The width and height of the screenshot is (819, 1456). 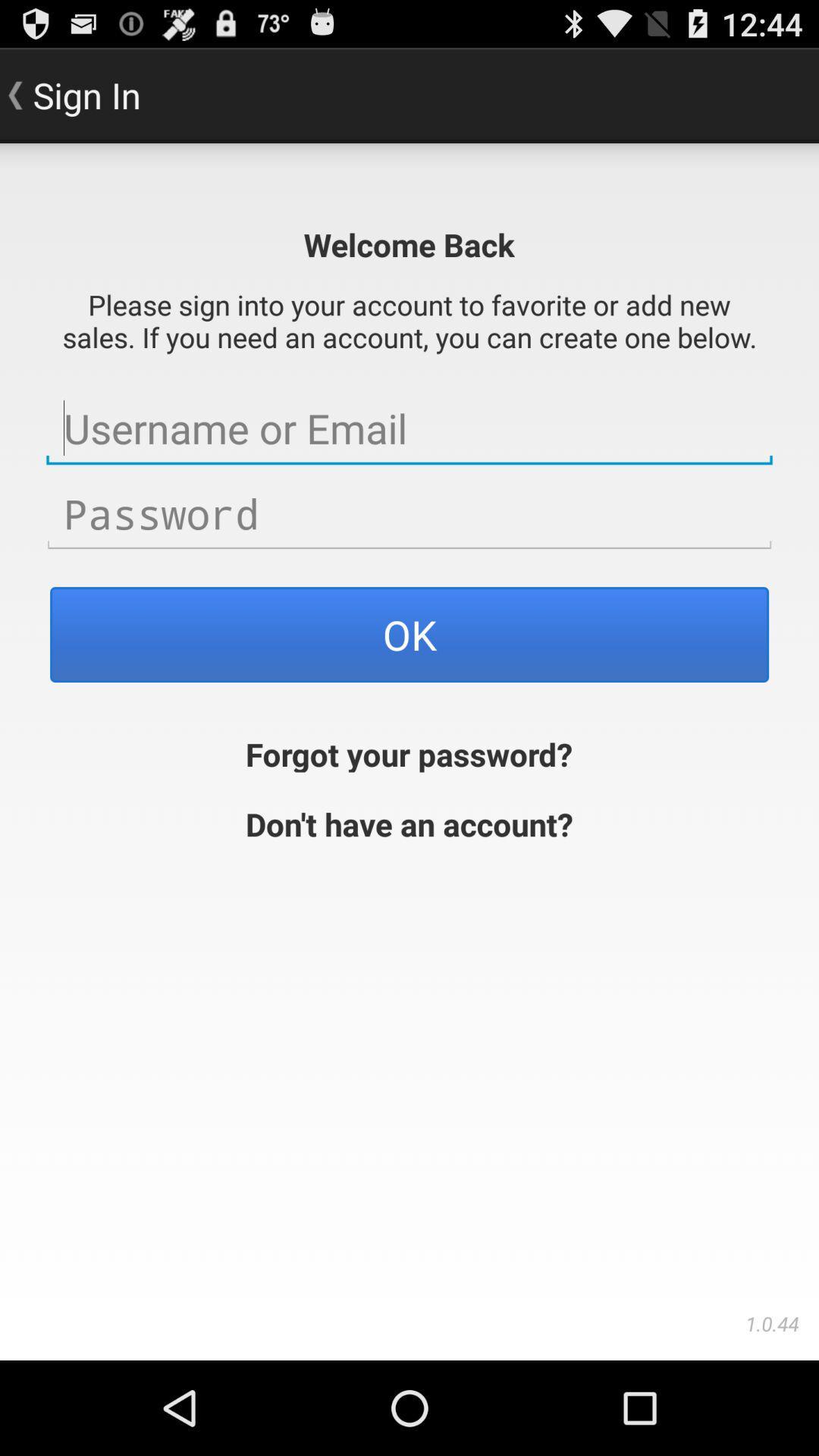 What do you see at coordinates (408, 752) in the screenshot?
I see `the forgot your password? app` at bounding box center [408, 752].